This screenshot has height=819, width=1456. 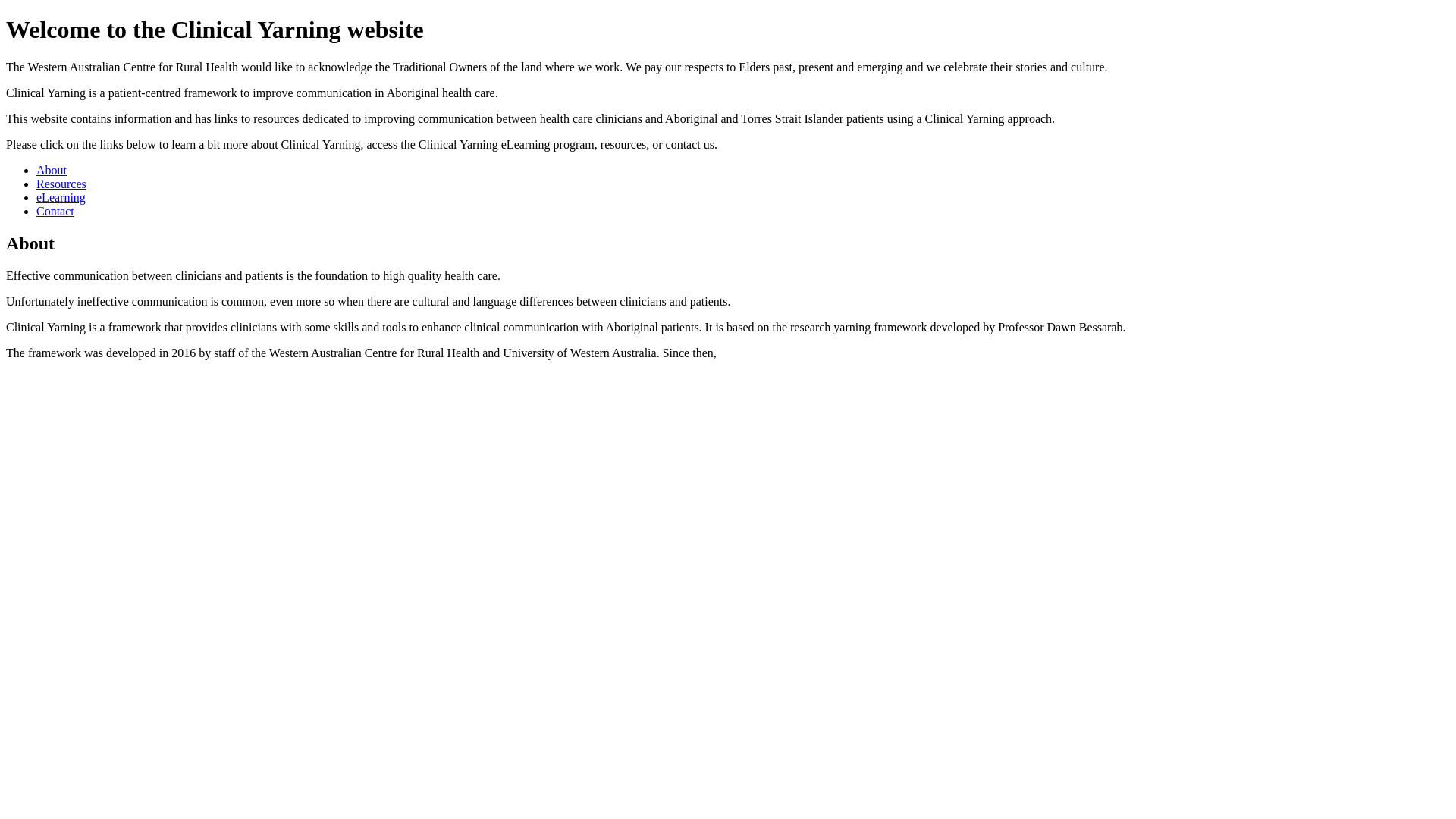 I want to click on 'eLearning', so click(x=61, y=196).